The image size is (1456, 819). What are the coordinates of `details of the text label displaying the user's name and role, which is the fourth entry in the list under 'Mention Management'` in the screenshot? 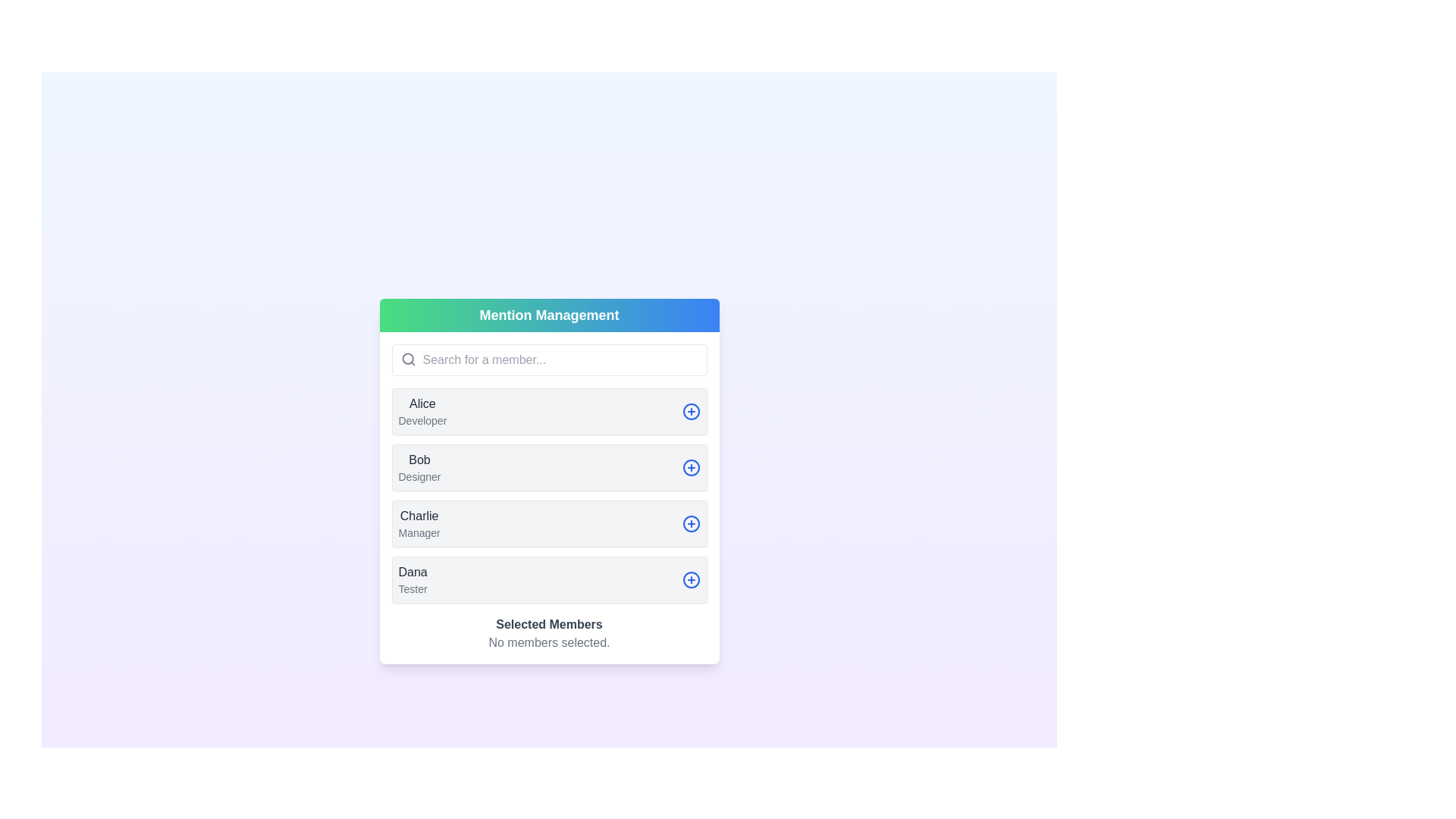 It's located at (413, 579).